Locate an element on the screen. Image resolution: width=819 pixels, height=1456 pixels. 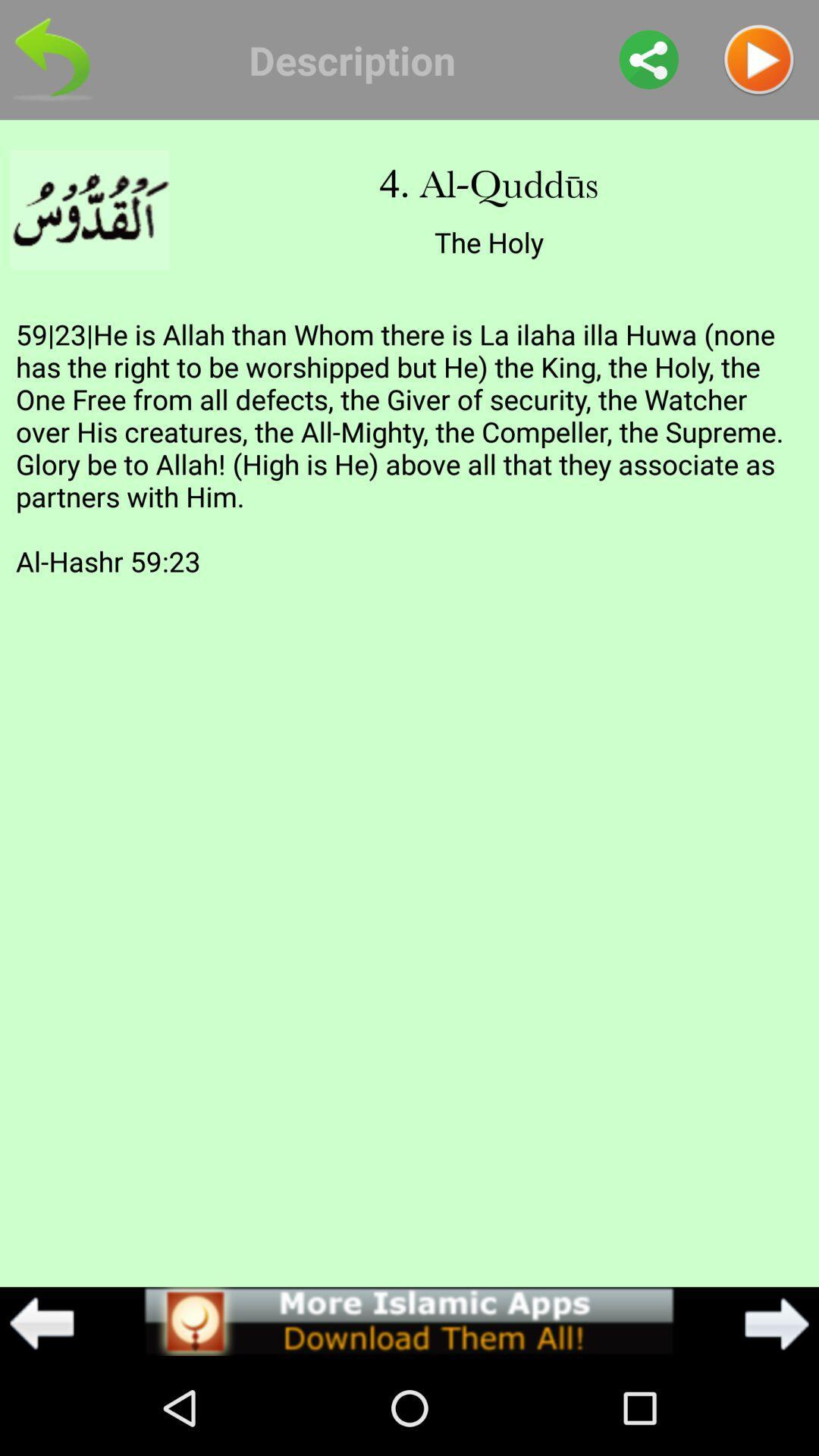
the play icon is located at coordinates (758, 63).